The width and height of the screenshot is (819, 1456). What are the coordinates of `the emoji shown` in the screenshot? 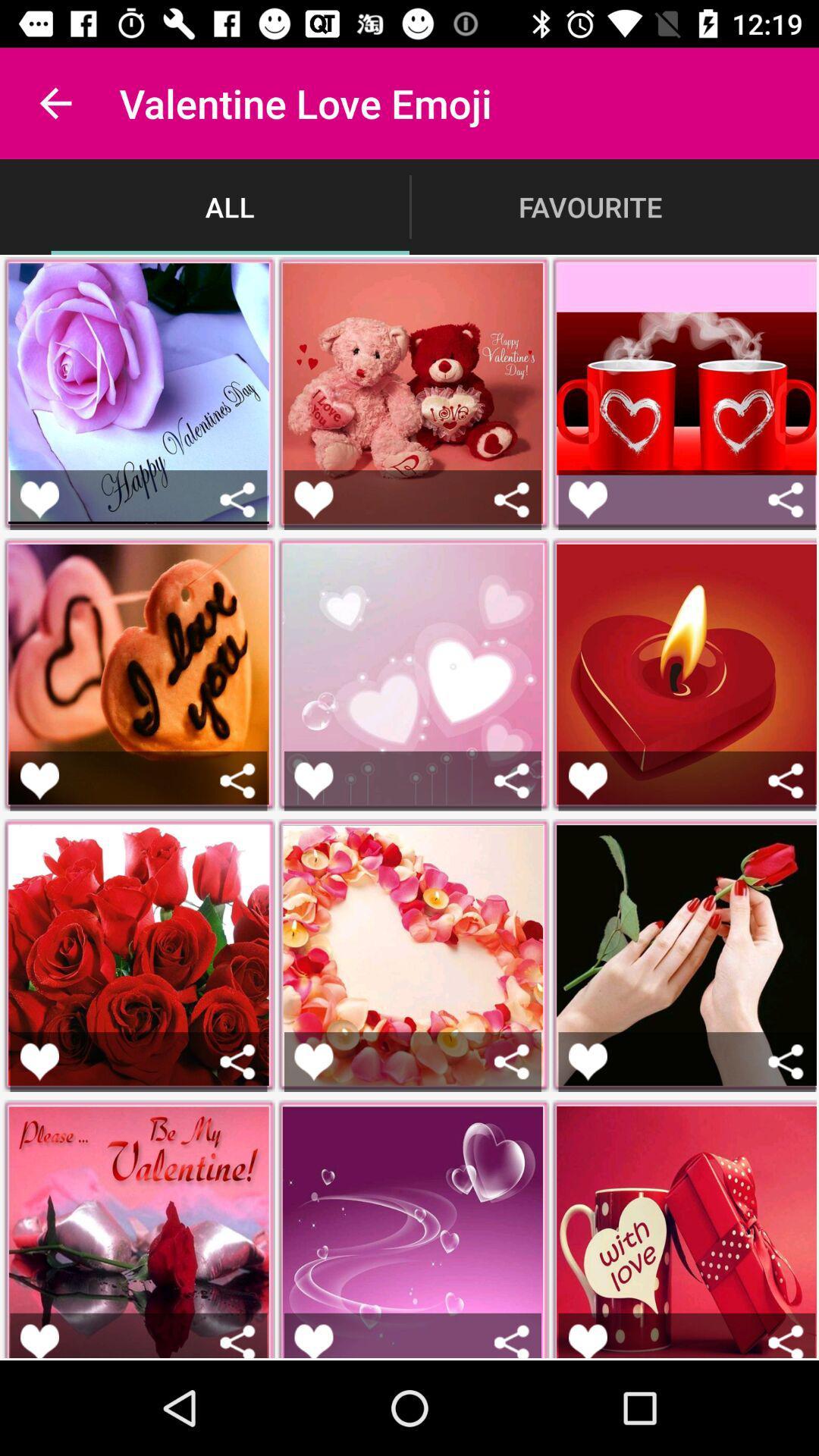 It's located at (587, 1061).